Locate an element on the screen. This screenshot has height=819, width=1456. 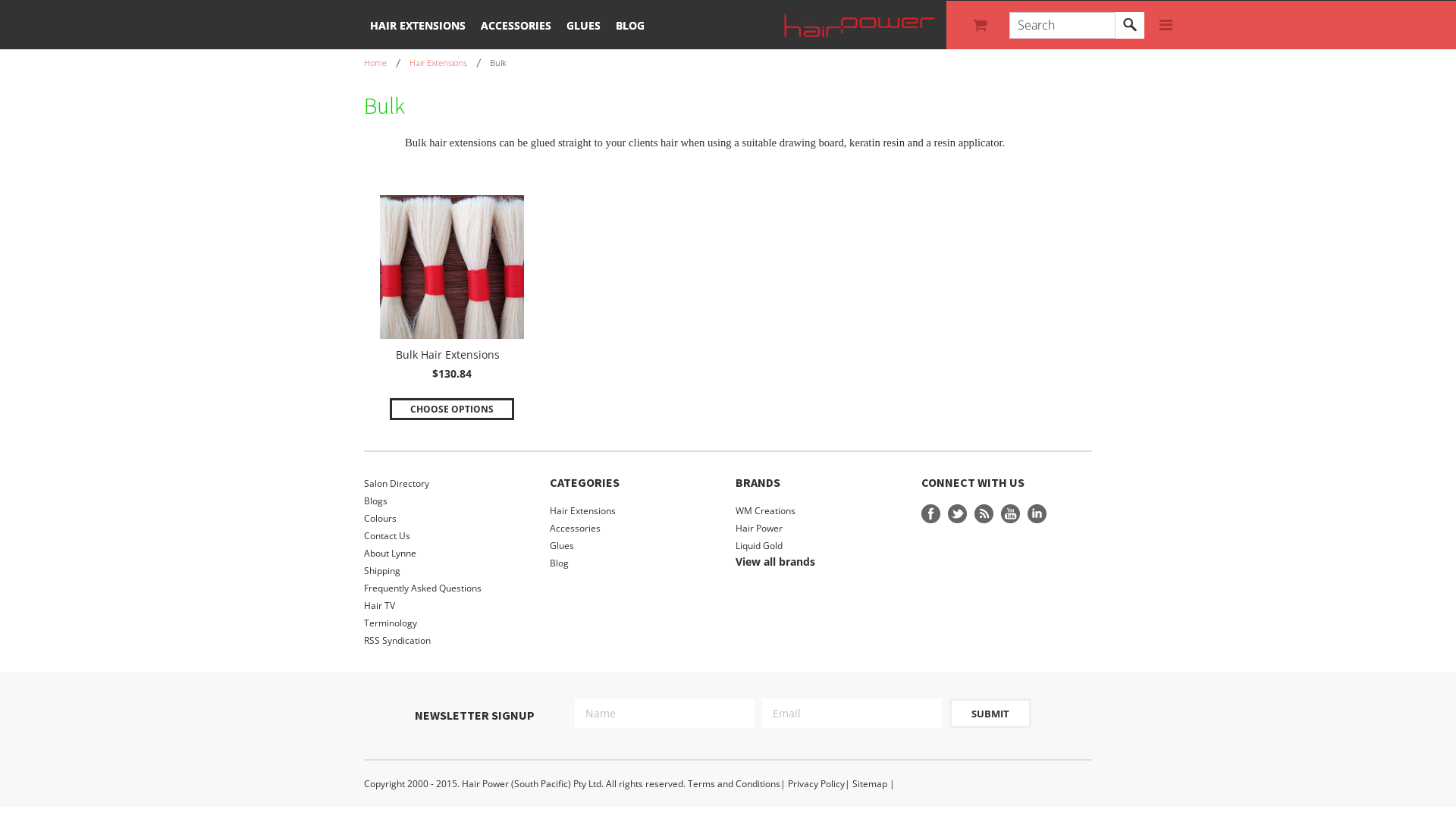
'Bulk Hair Extensions' is located at coordinates (447, 356).